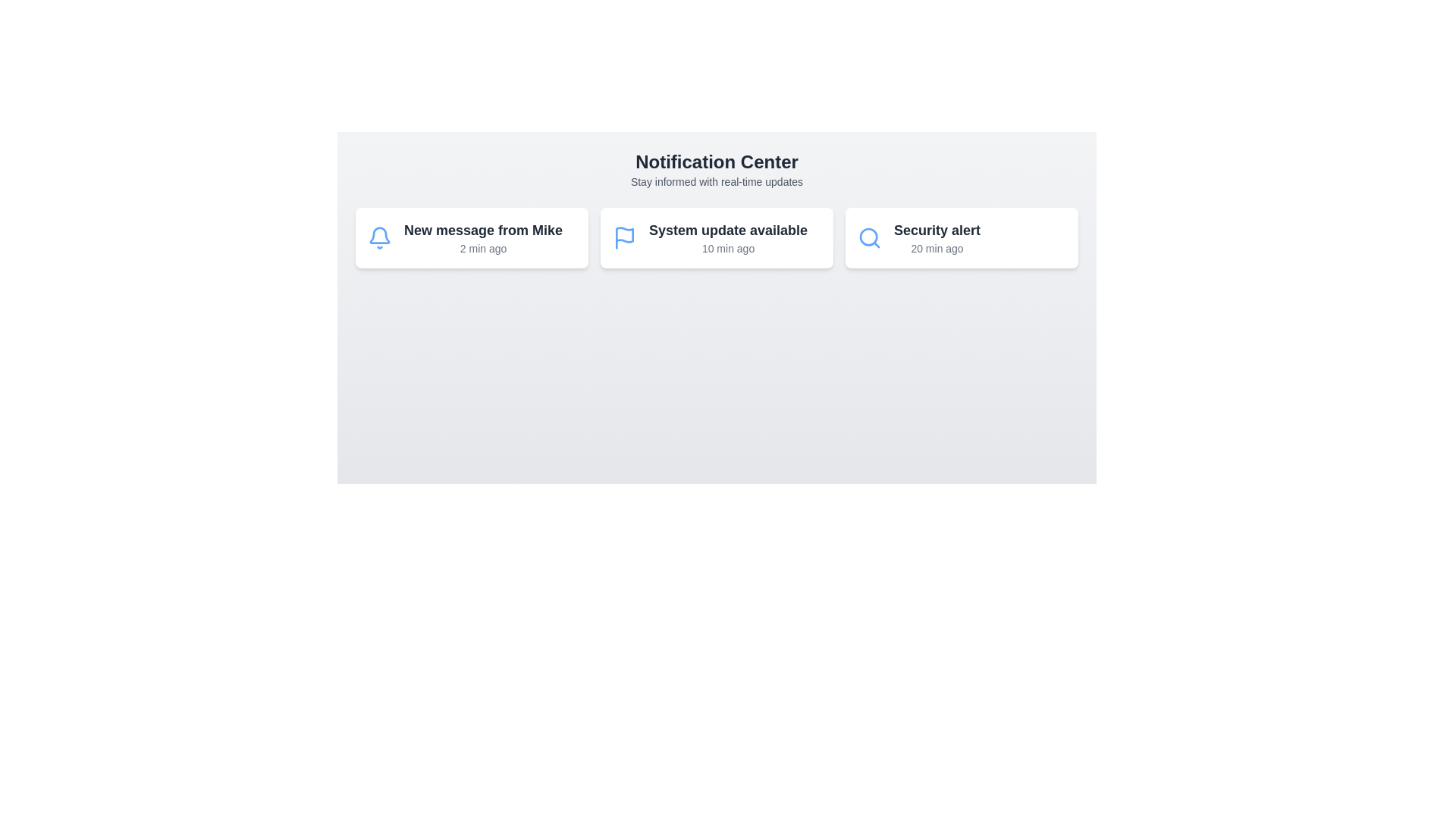 Image resolution: width=1456 pixels, height=819 pixels. What do you see at coordinates (716, 180) in the screenshot?
I see `the descriptive text element that provides contextual information for the 'Notification Center' title` at bounding box center [716, 180].